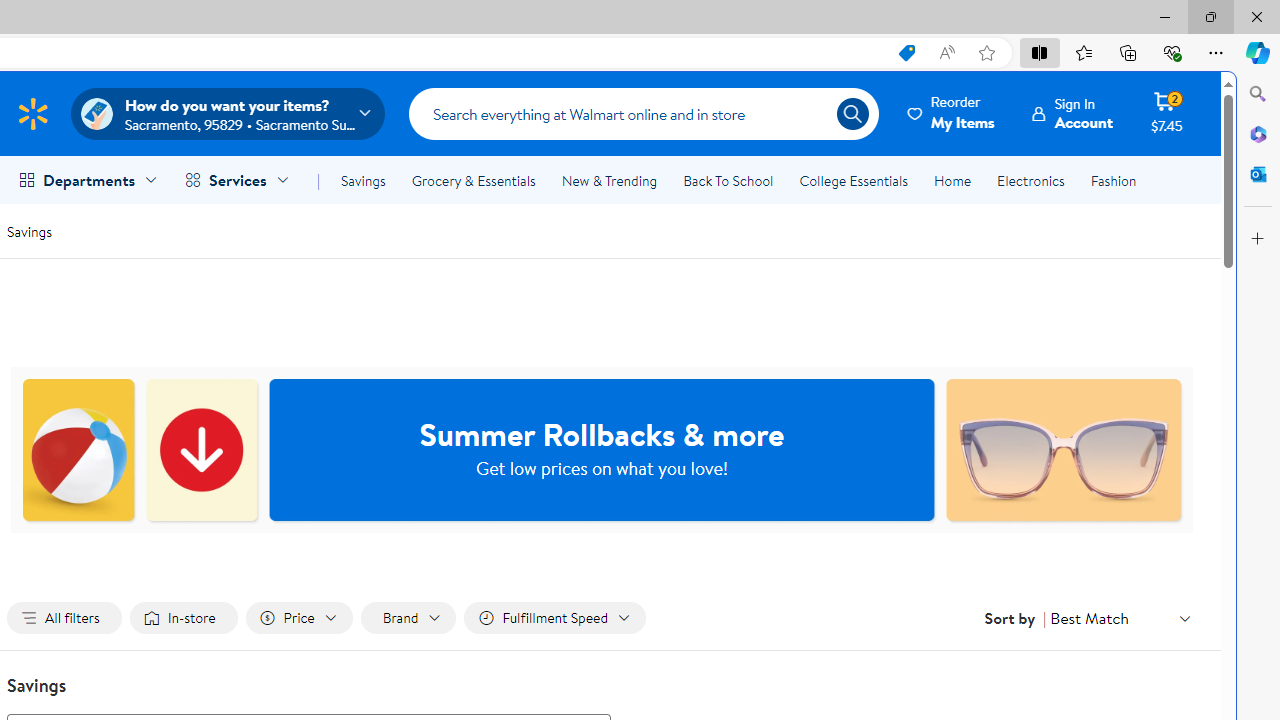 The width and height of the screenshot is (1280, 720). I want to click on 'Class: ld ld-ChevronDown pa0 ml6', so click(1185, 617).